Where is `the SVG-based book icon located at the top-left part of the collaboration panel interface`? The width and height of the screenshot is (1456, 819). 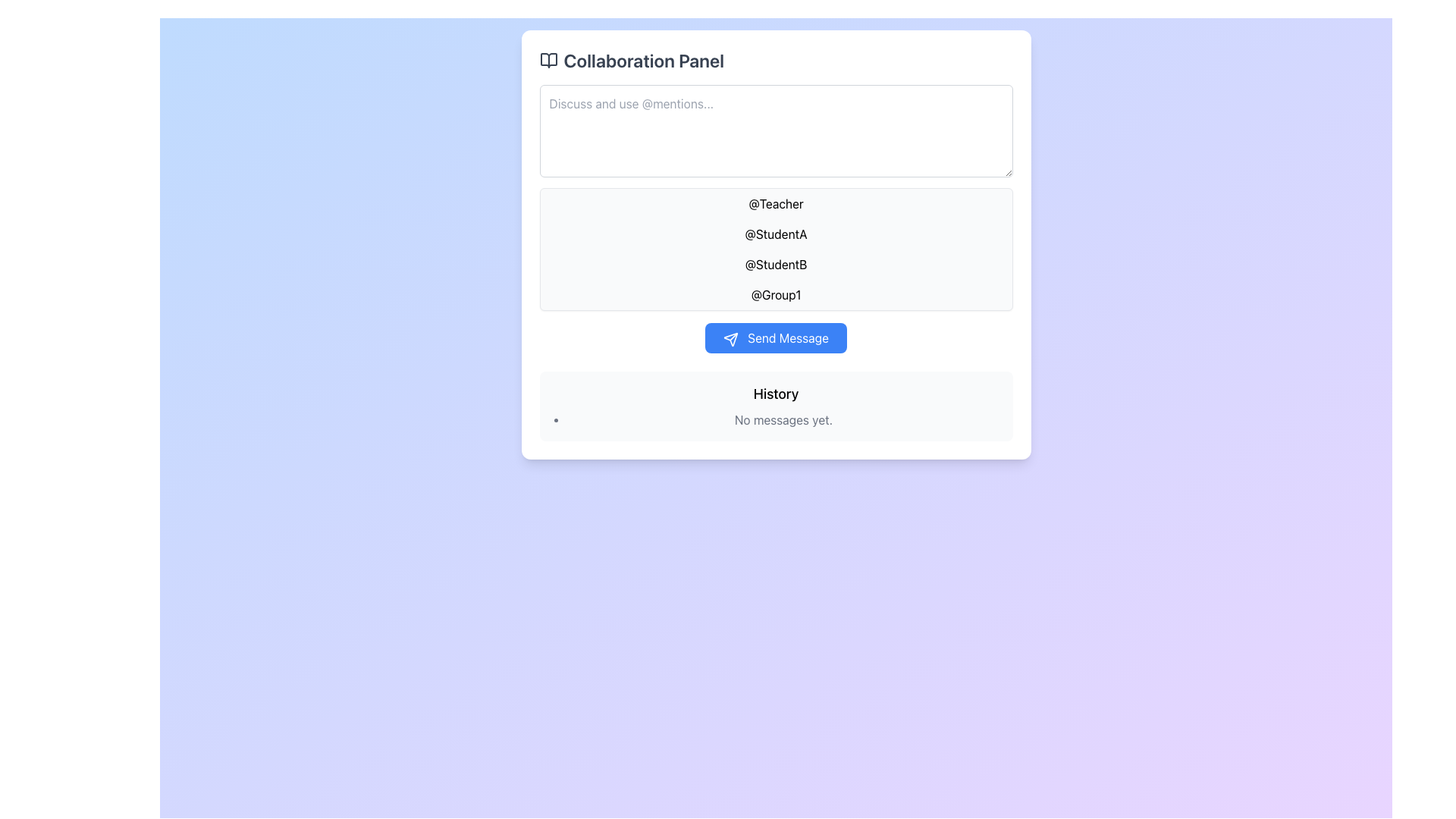
the SVG-based book icon located at the top-left part of the collaboration panel interface is located at coordinates (548, 60).